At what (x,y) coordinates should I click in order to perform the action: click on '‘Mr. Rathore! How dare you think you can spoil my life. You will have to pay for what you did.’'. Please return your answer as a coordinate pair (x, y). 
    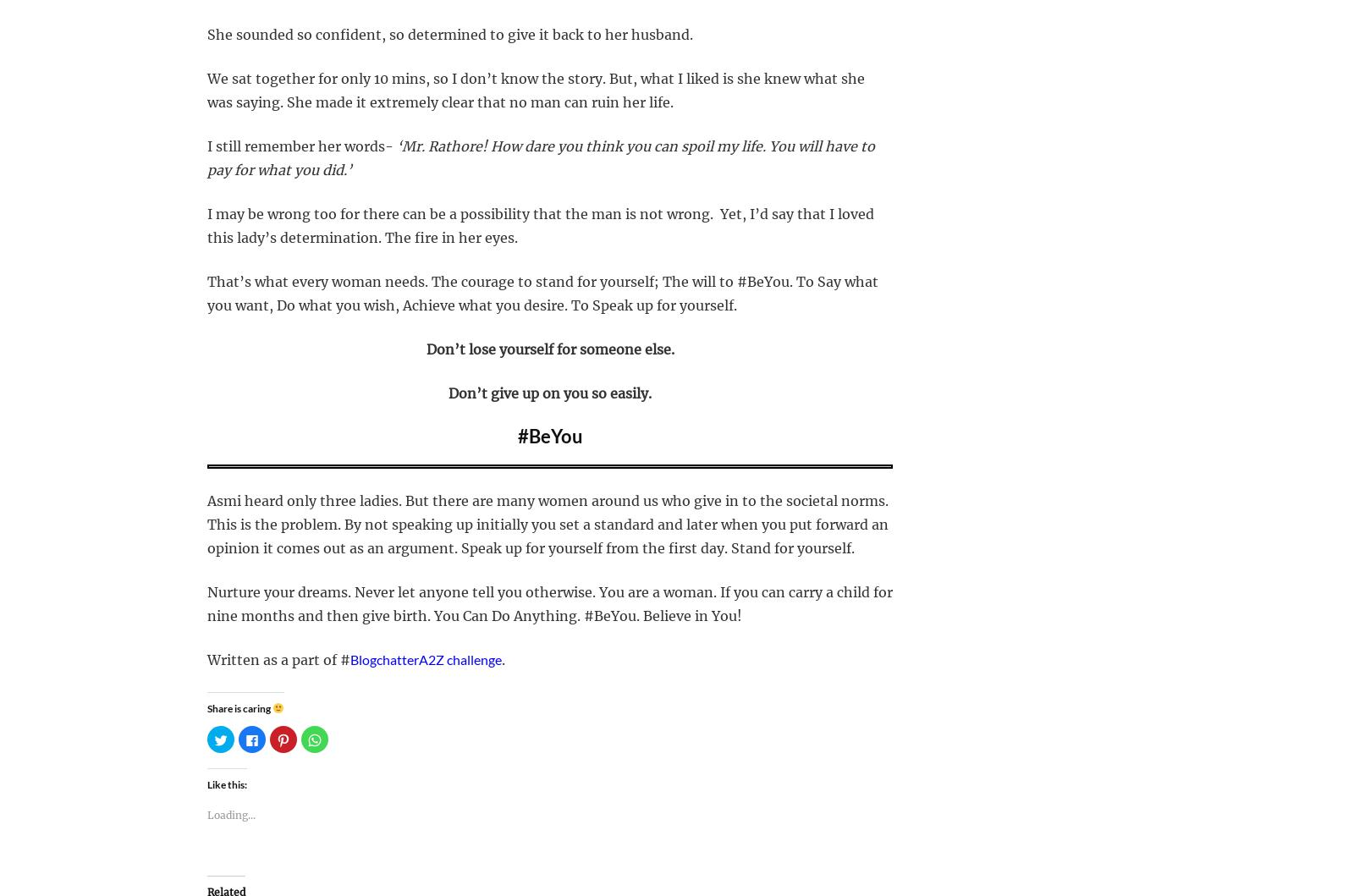
    Looking at the image, I should click on (541, 157).